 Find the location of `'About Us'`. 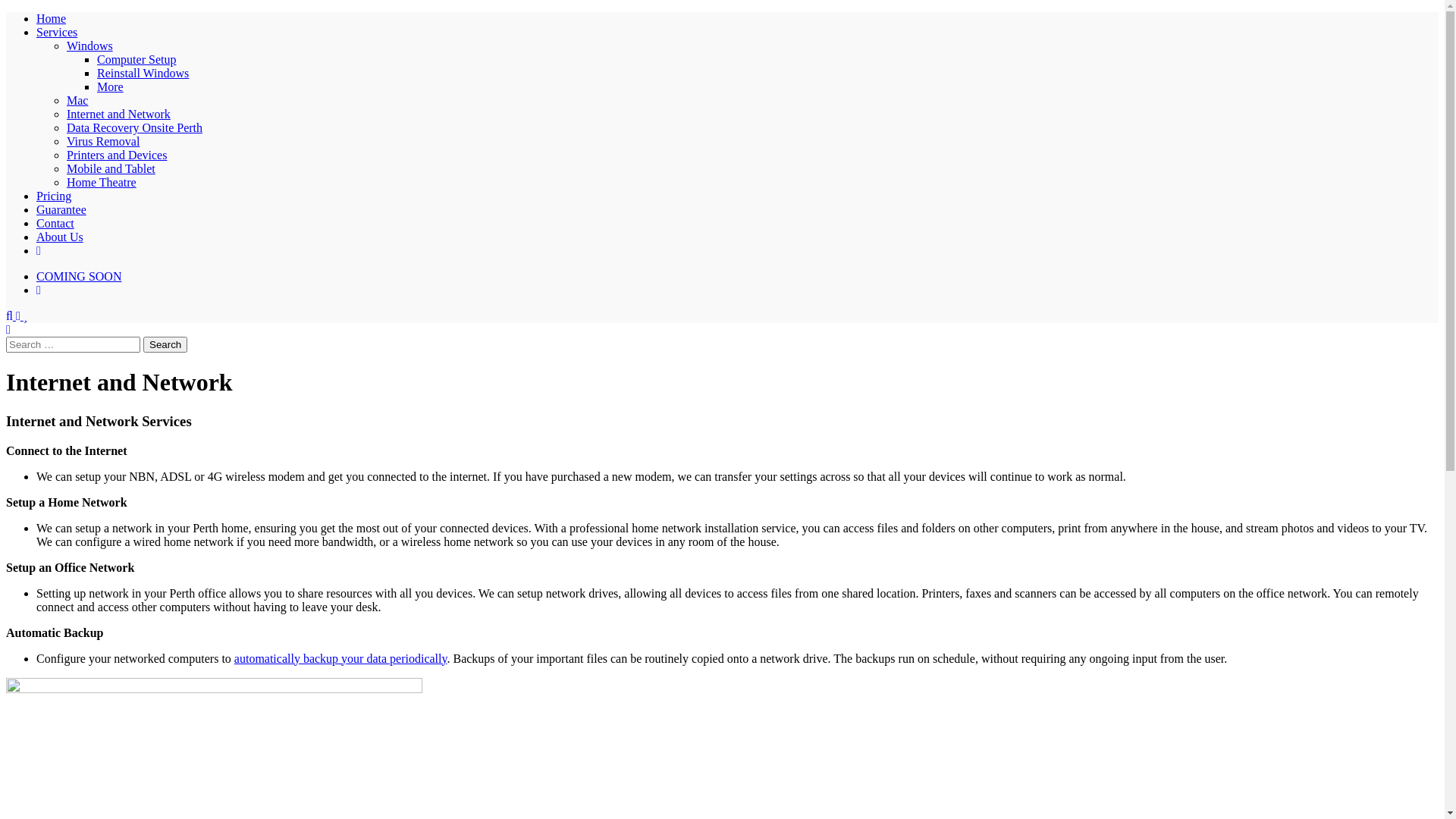

'About Us' is located at coordinates (36, 237).